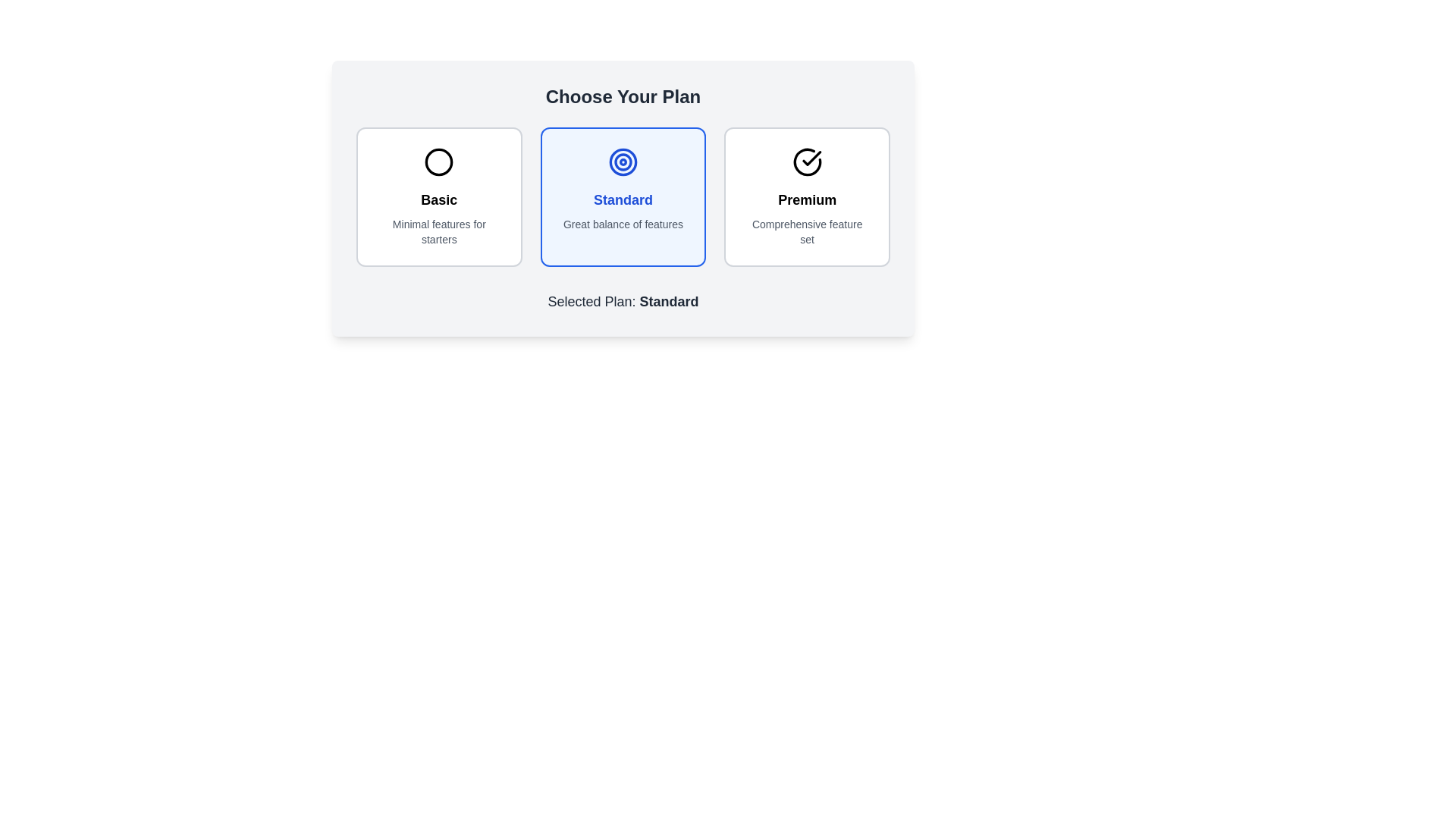  I want to click on the icon that signifies the selection or confirmation of the 'Premium' plan option, located at the top center of the 'Premium' plan section, so click(806, 162).